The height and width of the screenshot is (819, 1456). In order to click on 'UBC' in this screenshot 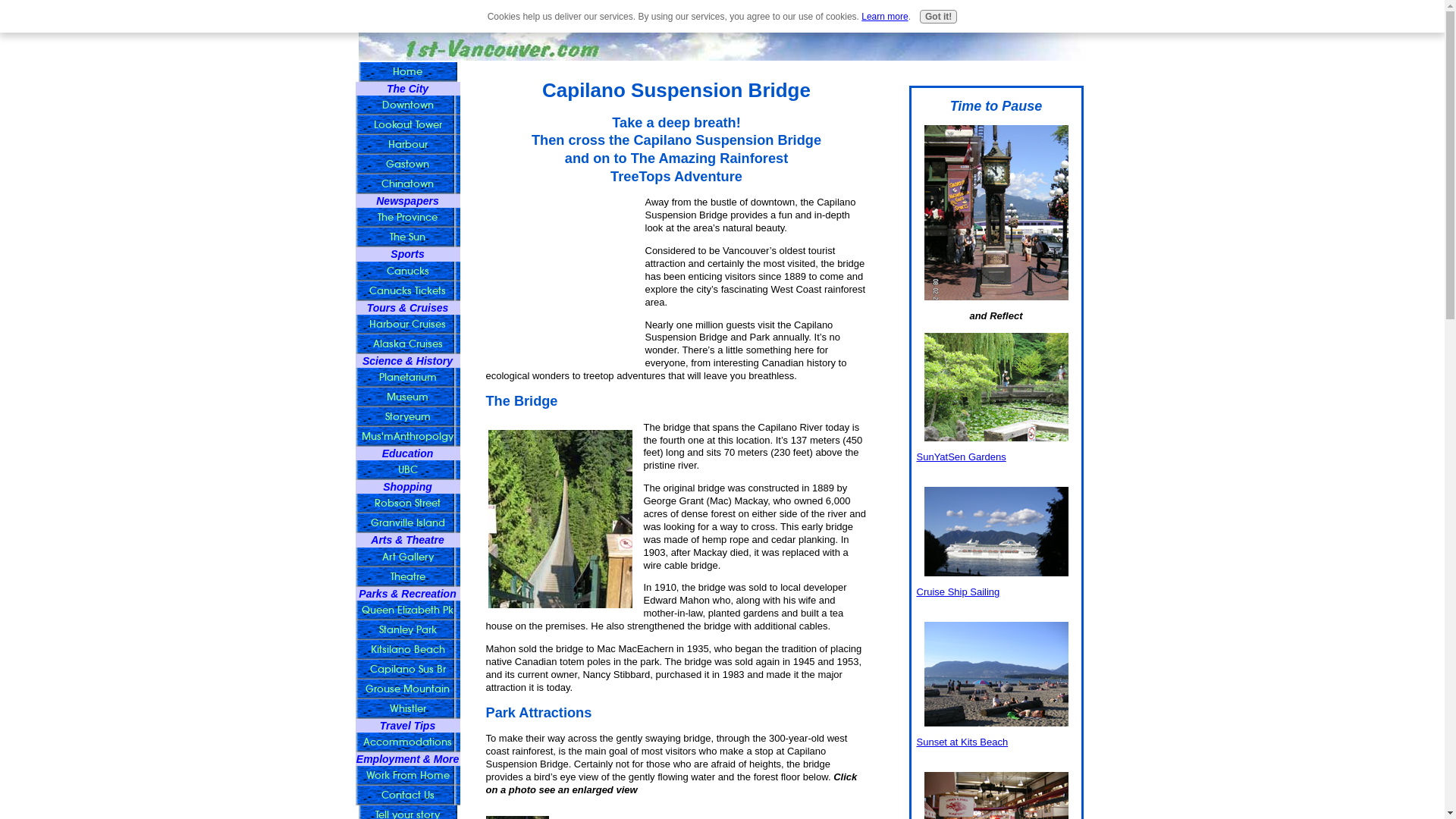, I will do `click(407, 469)`.